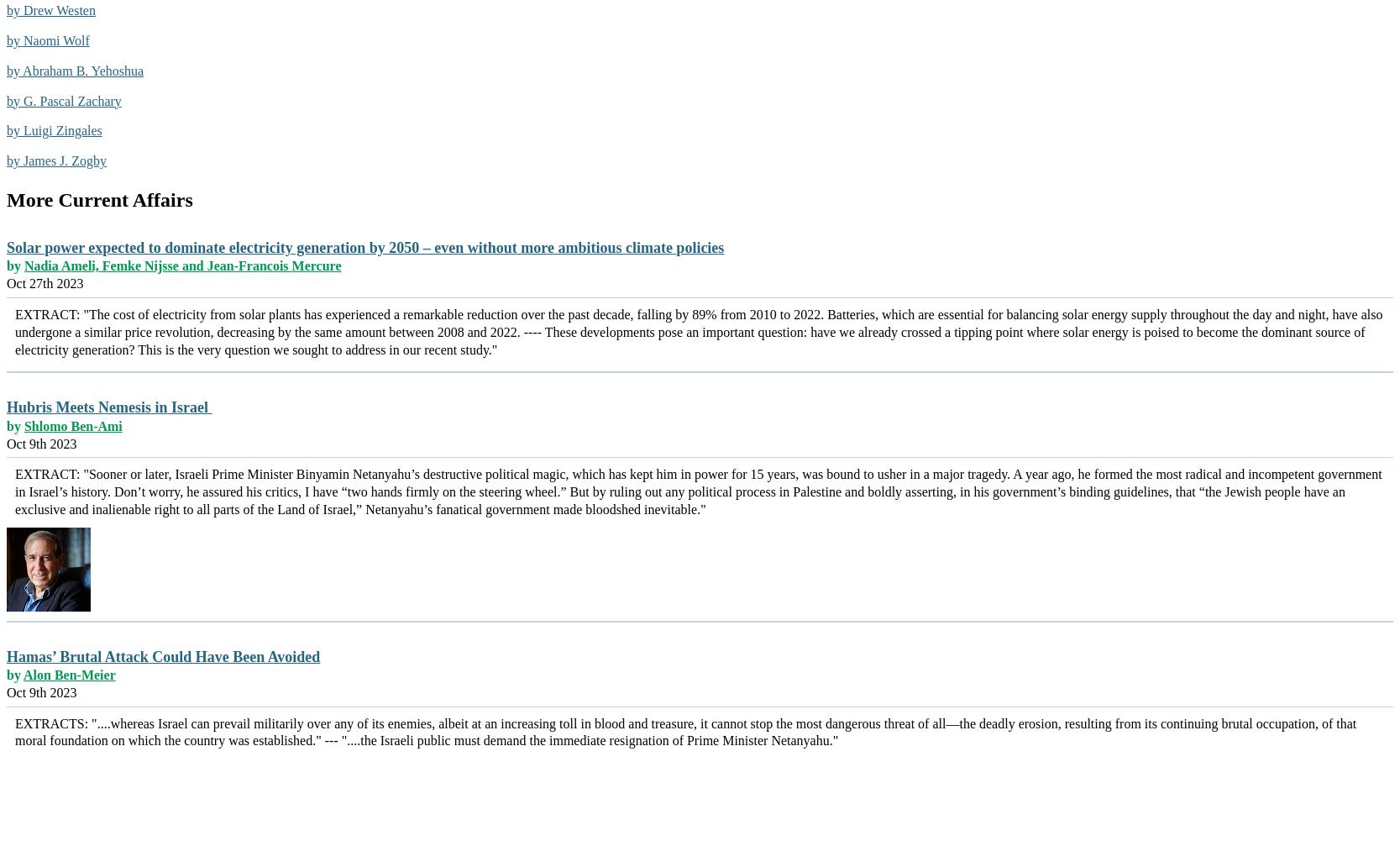 Image resolution: width=1400 pixels, height=867 pixels. What do you see at coordinates (7, 160) in the screenshot?
I see `'by James J. Zogby'` at bounding box center [7, 160].